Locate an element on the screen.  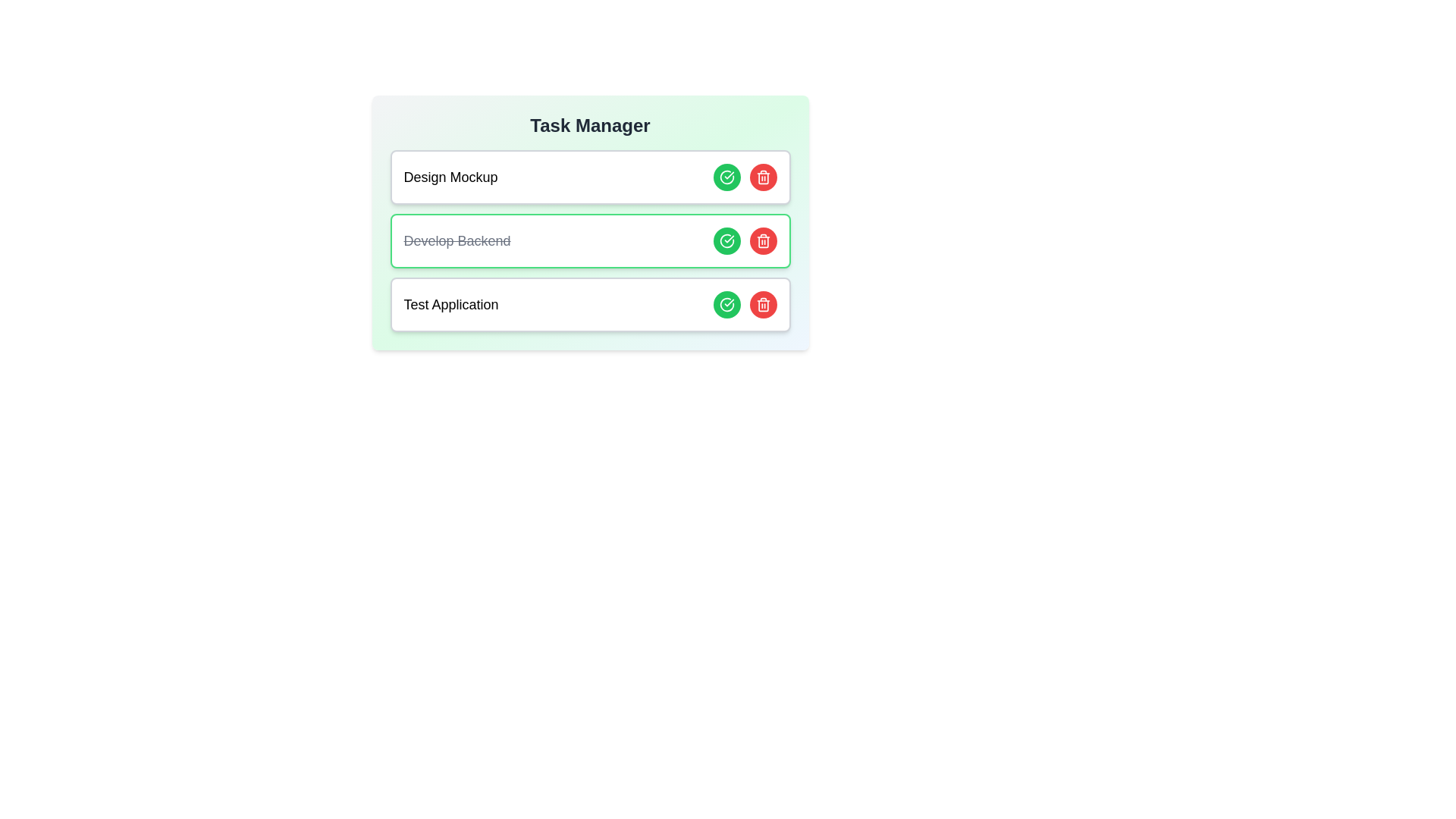
delete button for the task titled 'Design Mockup' is located at coordinates (763, 177).